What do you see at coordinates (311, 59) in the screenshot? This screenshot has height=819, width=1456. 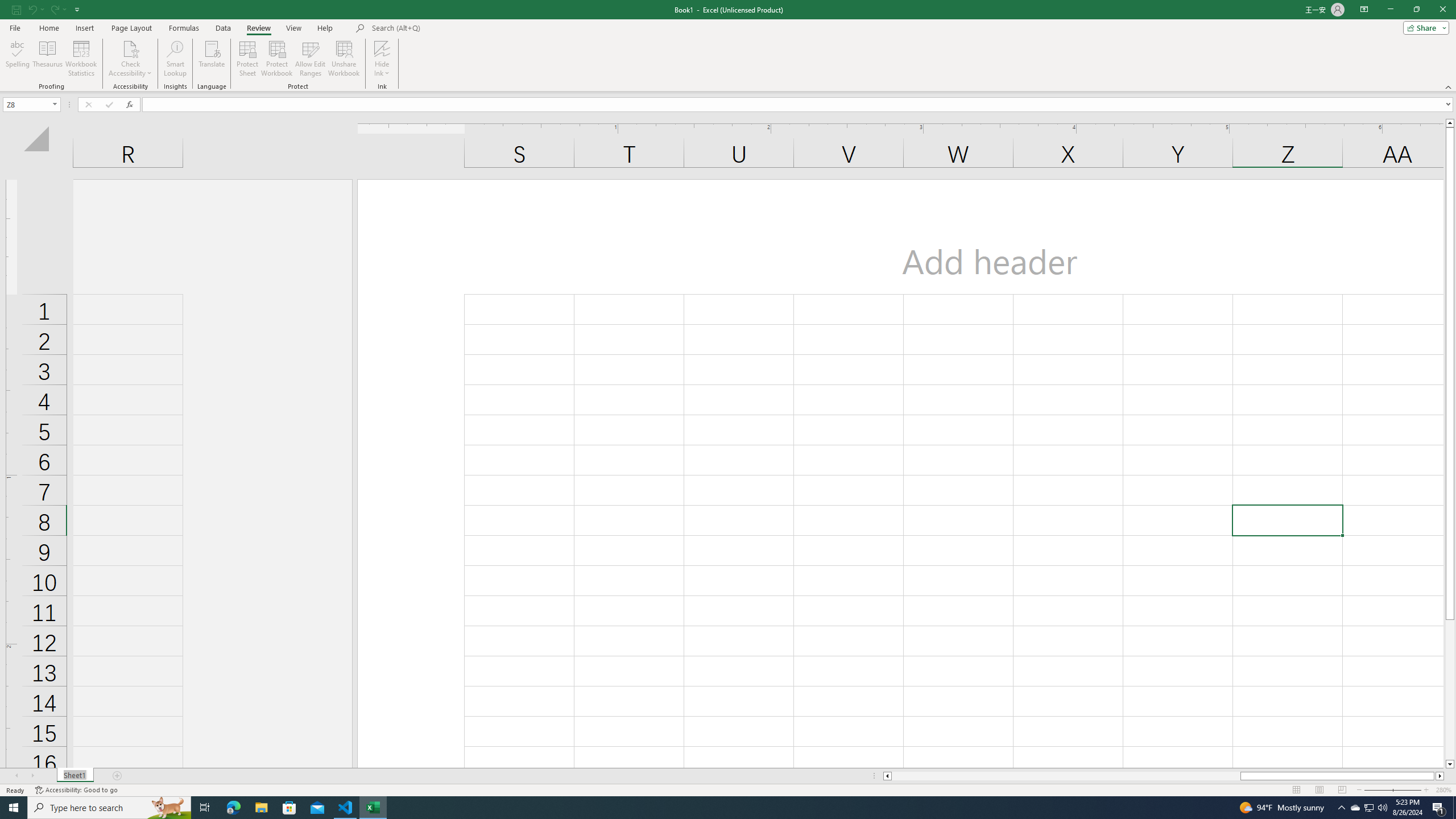 I see `'Allow Edit Ranges'` at bounding box center [311, 59].